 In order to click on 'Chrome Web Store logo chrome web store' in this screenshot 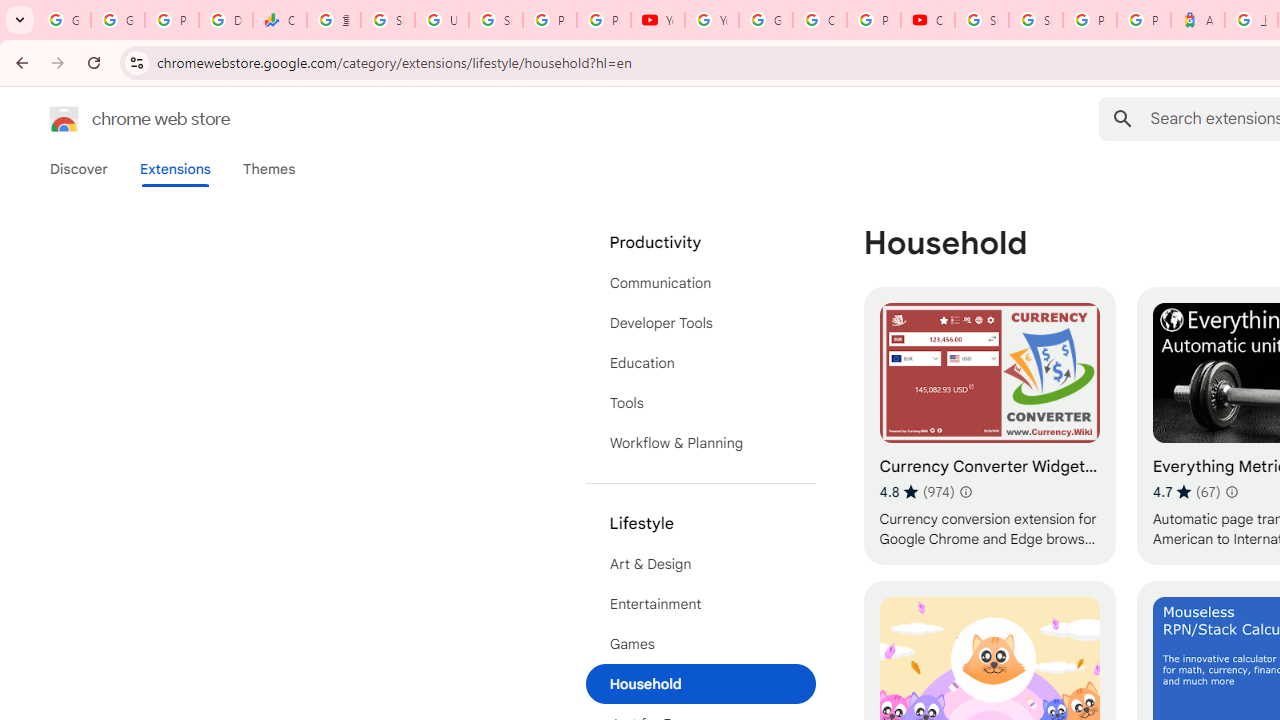, I will do `click(118, 119)`.